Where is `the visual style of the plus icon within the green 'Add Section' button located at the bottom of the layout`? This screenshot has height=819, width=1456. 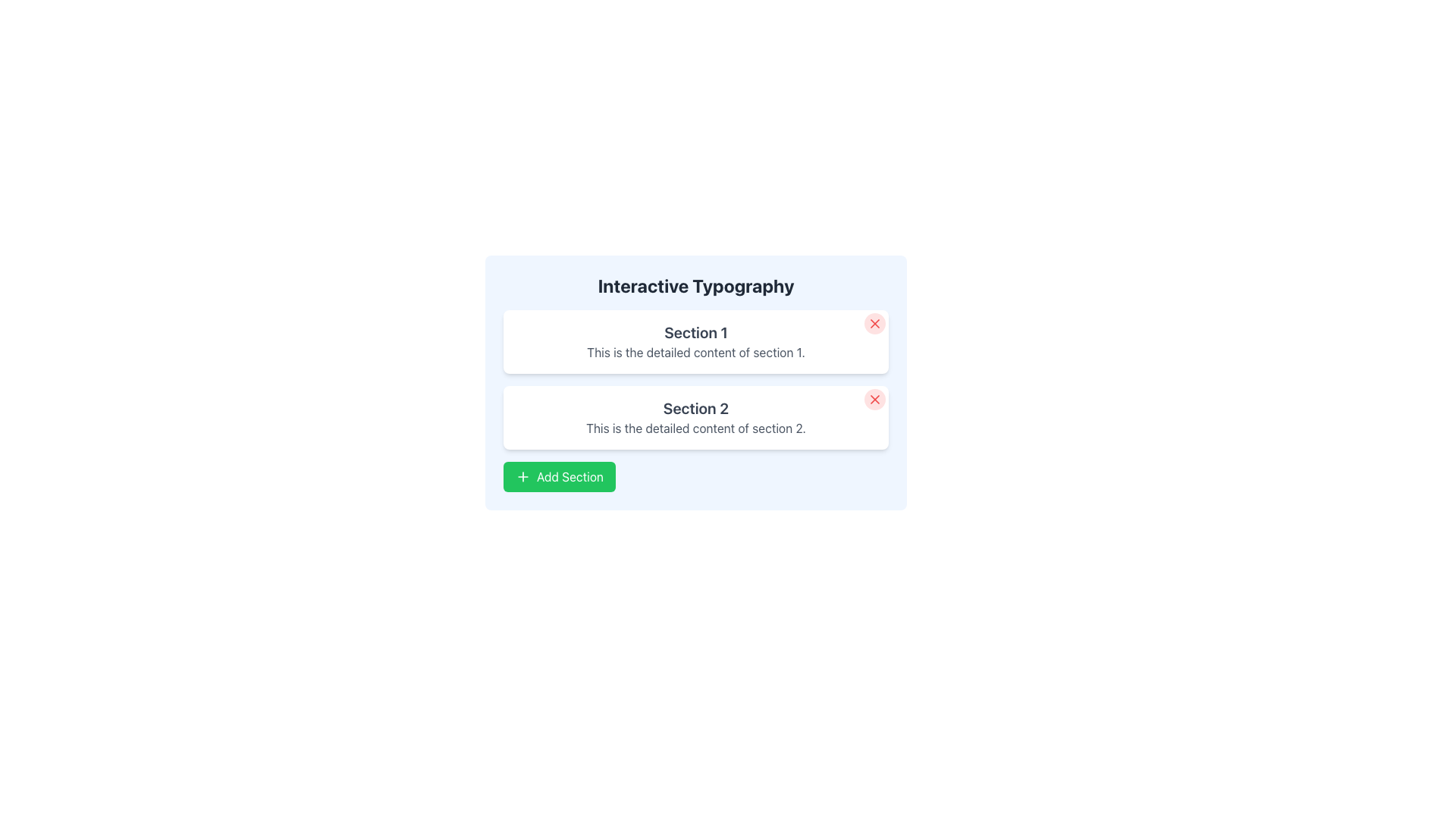 the visual style of the plus icon within the green 'Add Section' button located at the bottom of the layout is located at coordinates (523, 475).